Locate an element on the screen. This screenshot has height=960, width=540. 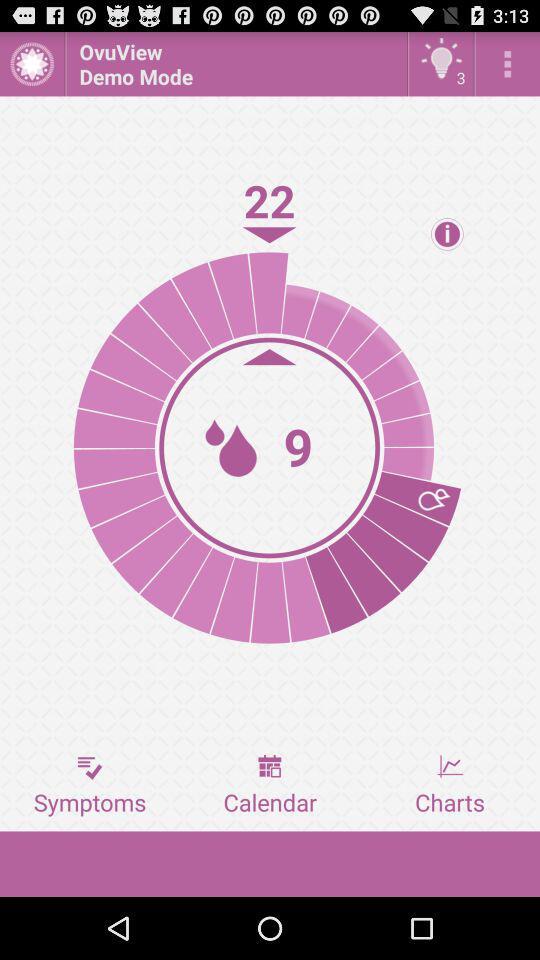
icon to the left of the charts is located at coordinates (270, 785).